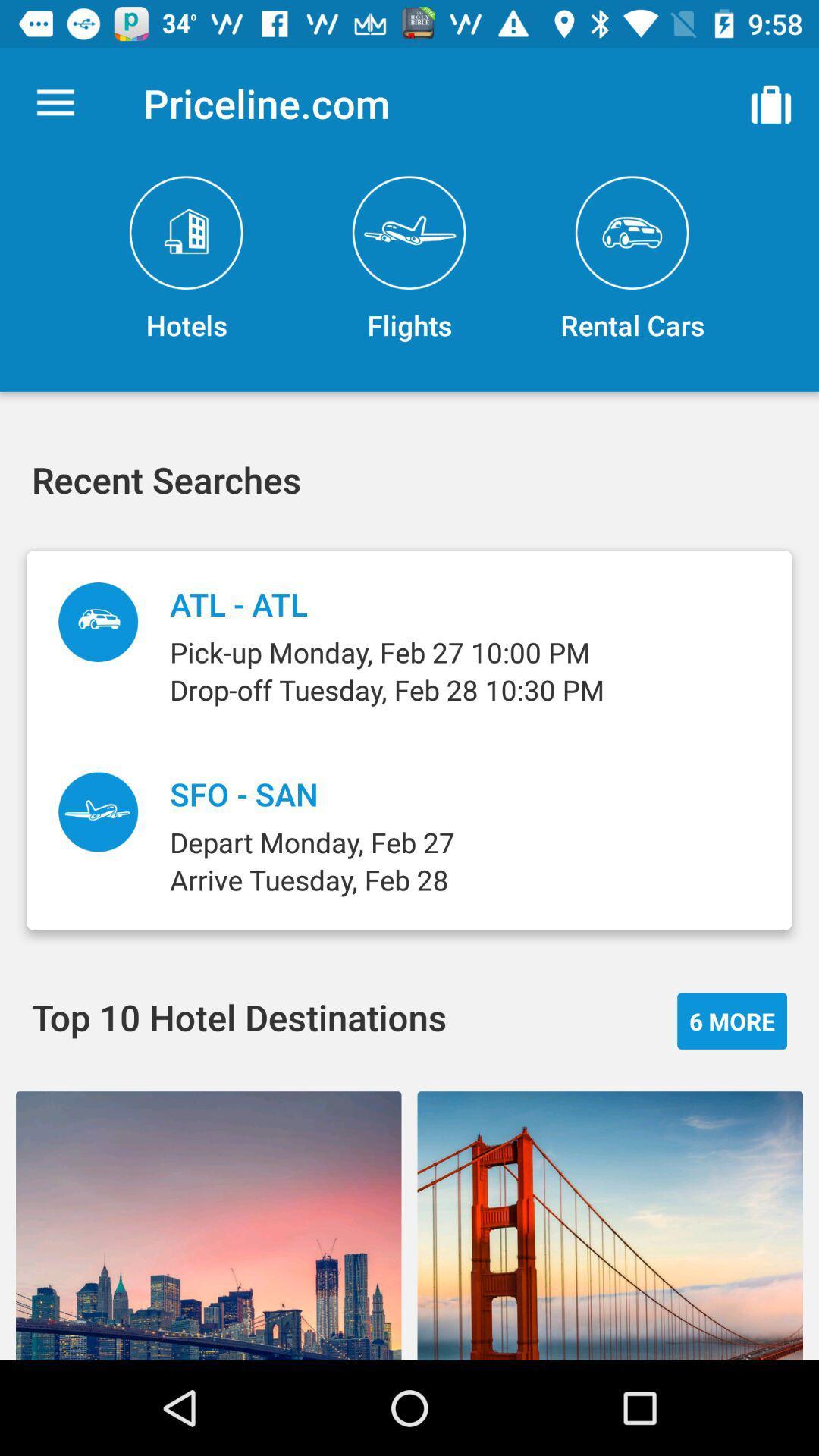 This screenshot has width=819, height=1456. Describe the element at coordinates (632, 259) in the screenshot. I see `the icon next to flights` at that location.